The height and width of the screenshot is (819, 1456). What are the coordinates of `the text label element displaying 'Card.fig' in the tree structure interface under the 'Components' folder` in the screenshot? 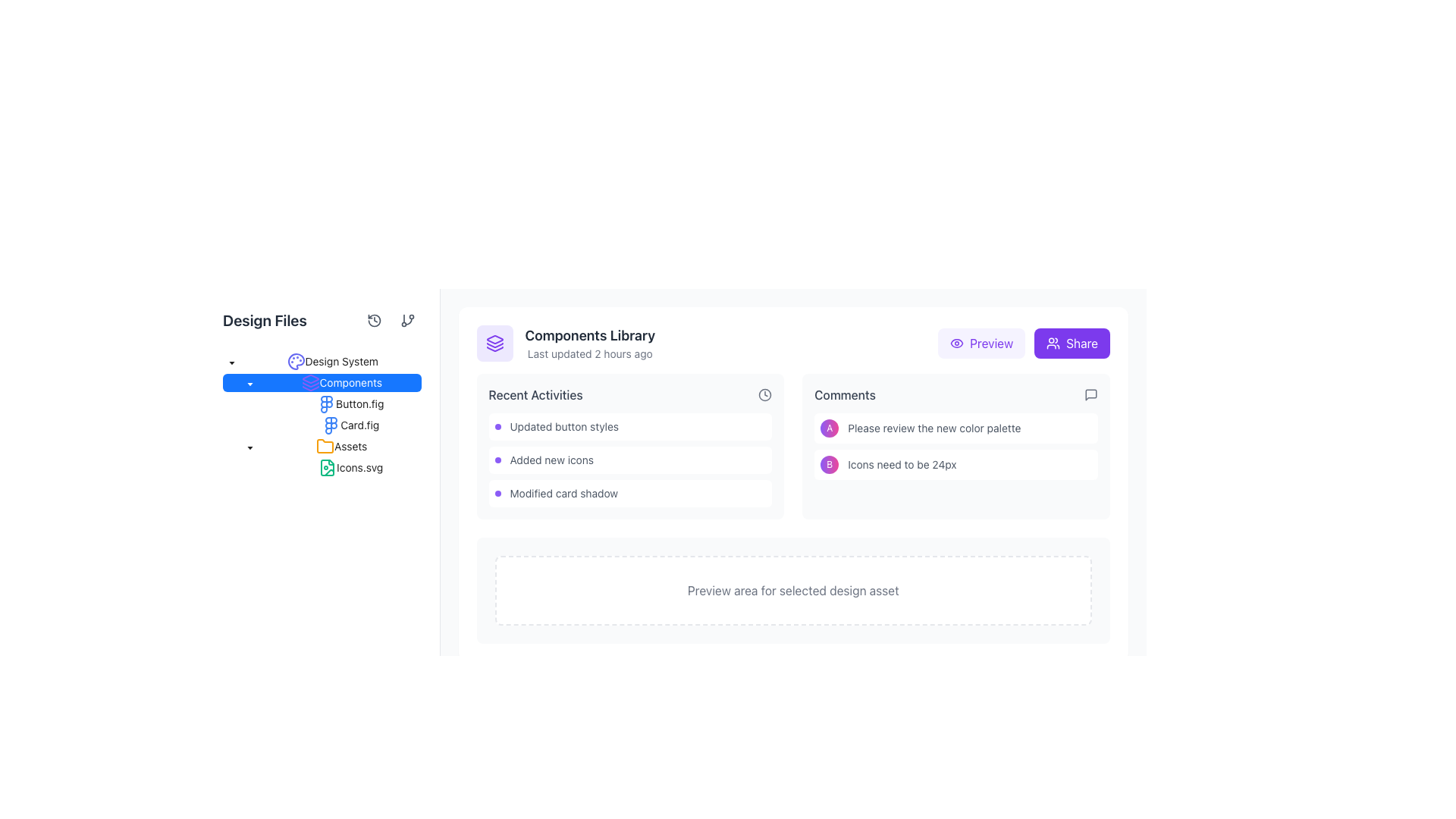 It's located at (359, 425).